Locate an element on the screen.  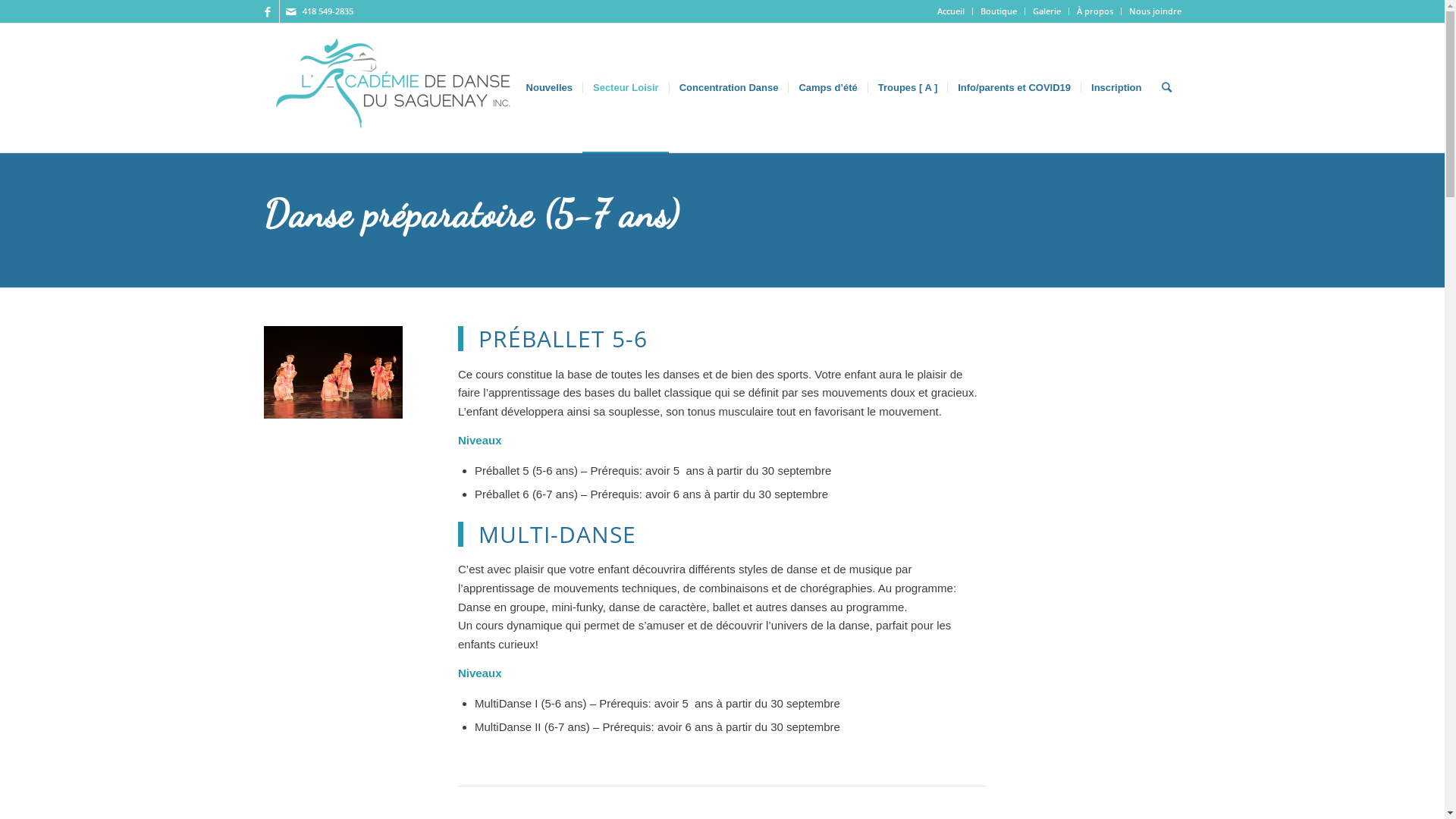
'Inscription' is located at coordinates (1116, 87).